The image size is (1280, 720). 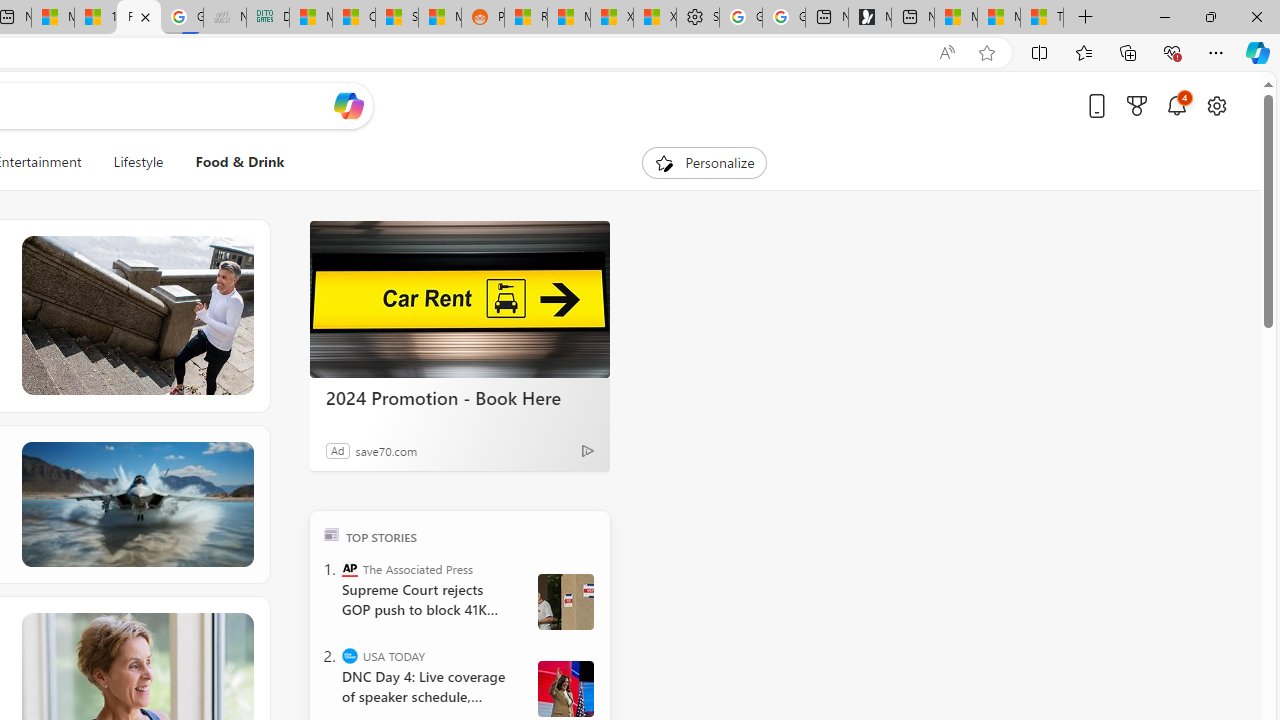 What do you see at coordinates (240, 162) in the screenshot?
I see `'Food & Drink'` at bounding box center [240, 162].